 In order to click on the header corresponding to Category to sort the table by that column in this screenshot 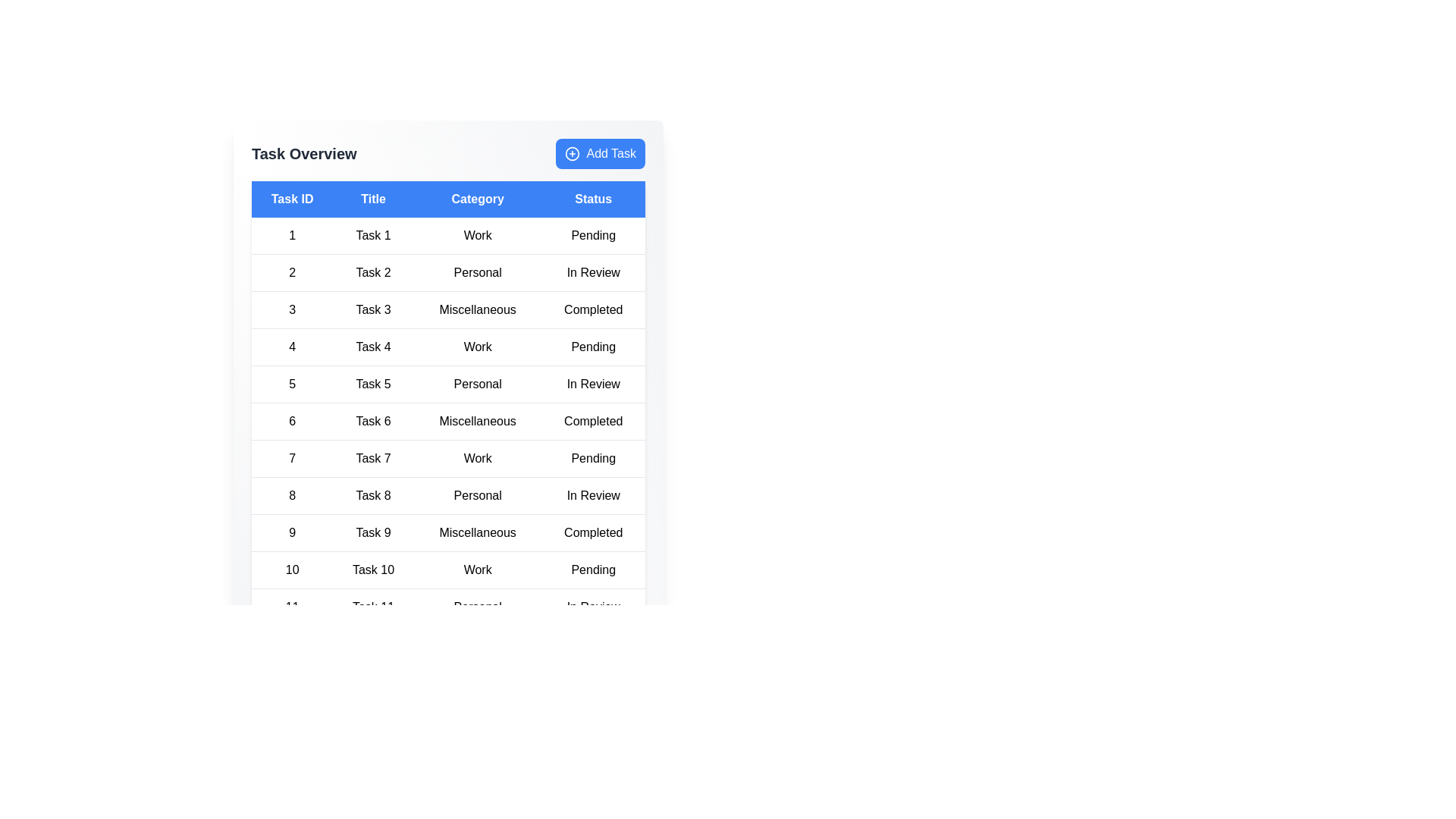, I will do `click(477, 198)`.